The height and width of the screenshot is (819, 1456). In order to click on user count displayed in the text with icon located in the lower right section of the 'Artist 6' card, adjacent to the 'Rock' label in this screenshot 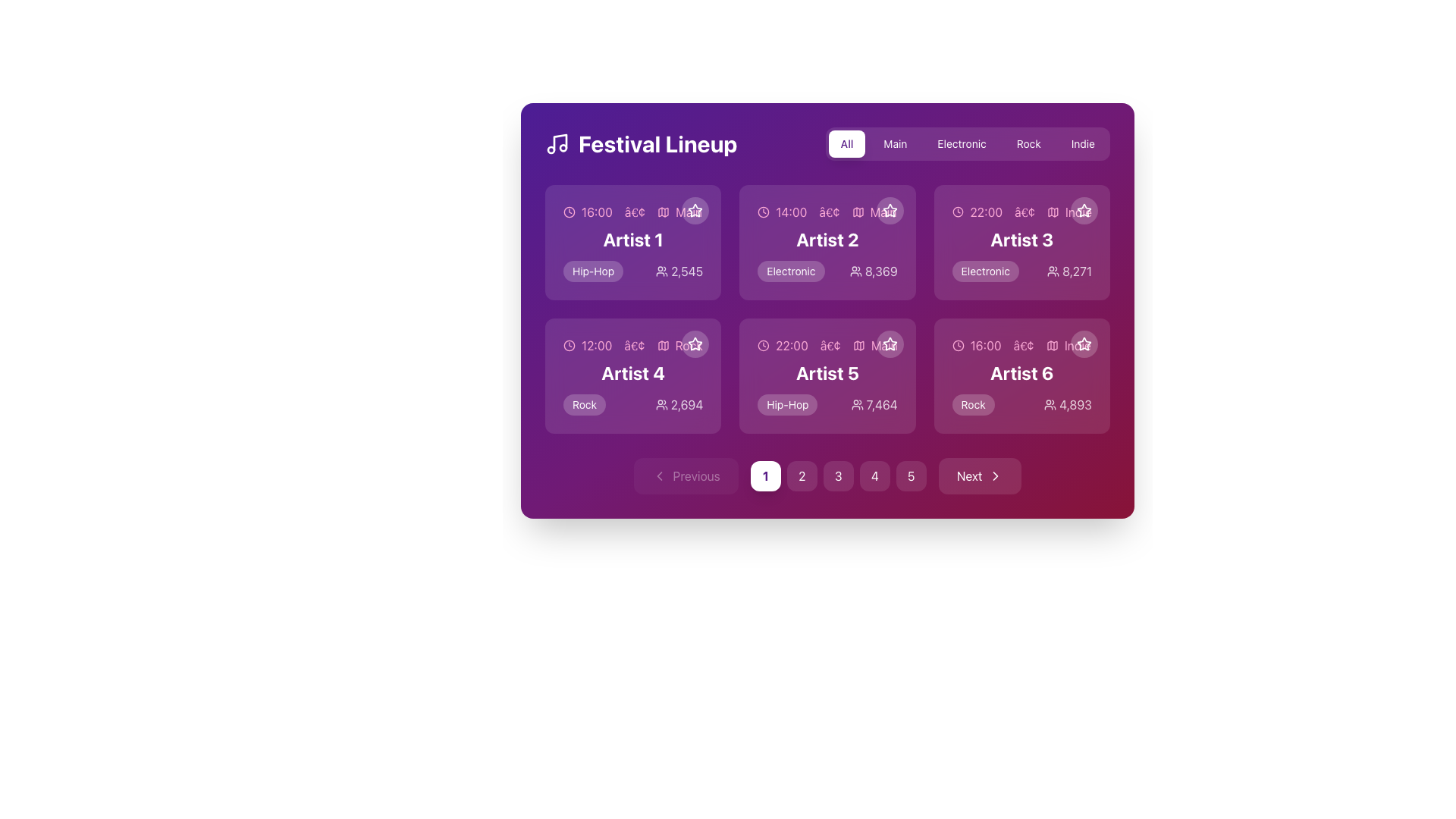, I will do `click(1067, 403)`.